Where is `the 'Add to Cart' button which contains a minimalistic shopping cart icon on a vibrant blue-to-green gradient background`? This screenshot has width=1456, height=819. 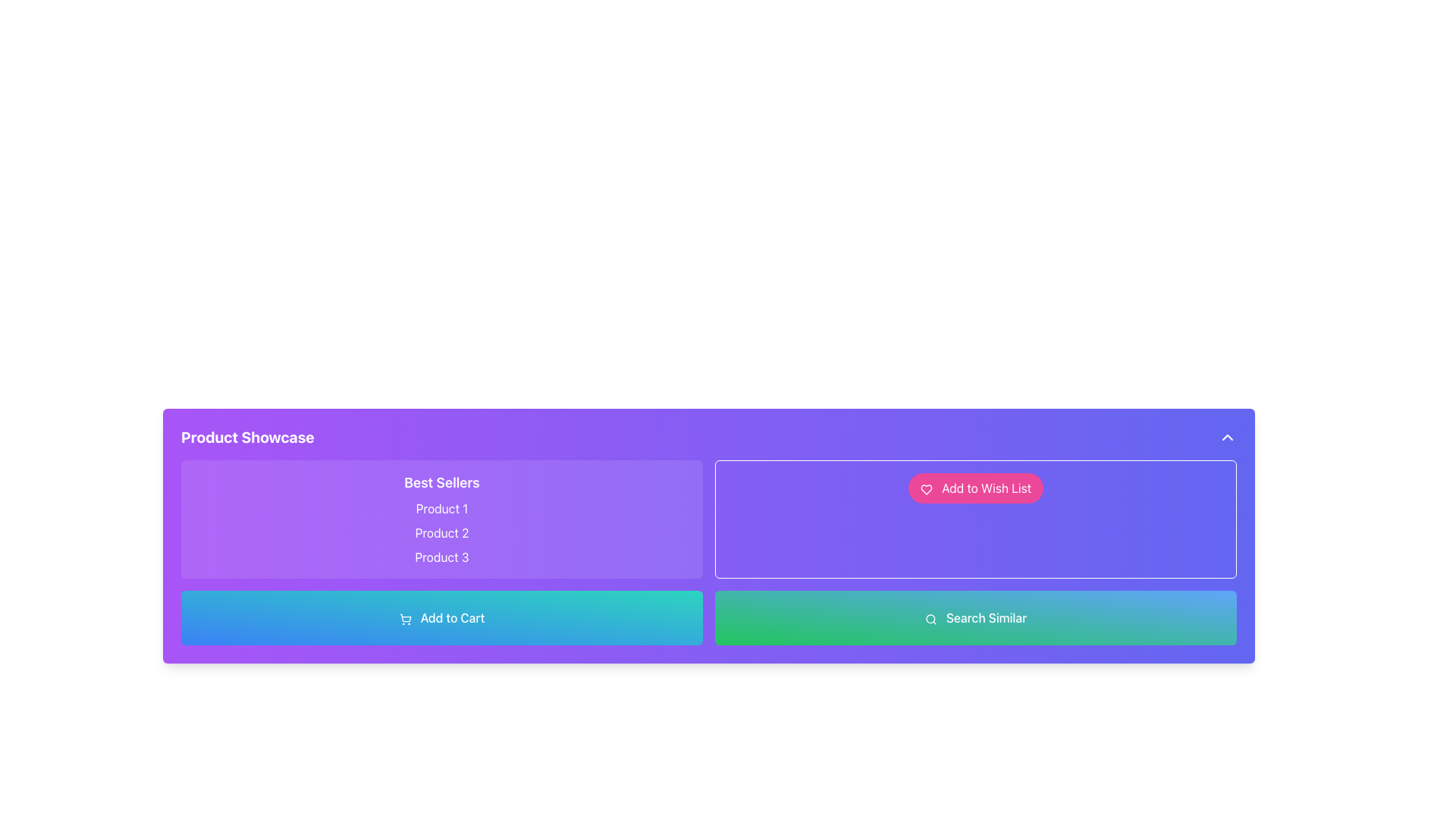 the 'Add to Cart' button which contains a minimalistic shopping cart icon on a vibrant blue-to-green gradient background is located at coordinates (405, 617).